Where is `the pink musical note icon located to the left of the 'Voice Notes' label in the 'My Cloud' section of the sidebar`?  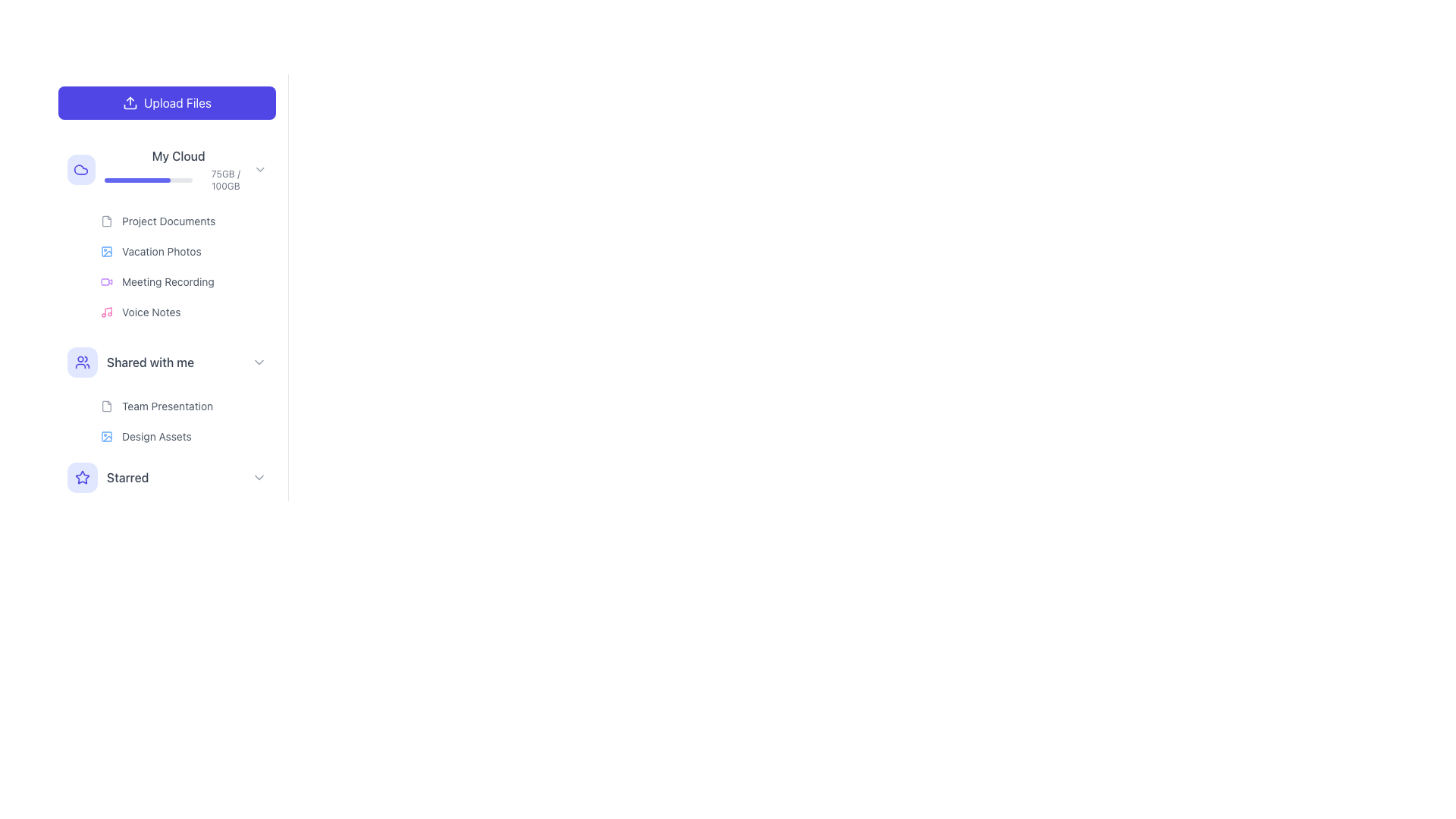 the pink musical note icon located to the left of the 'Voice Notes' label in the 'My Cloud' section of the sidebar is located at coordinates (105, 312).